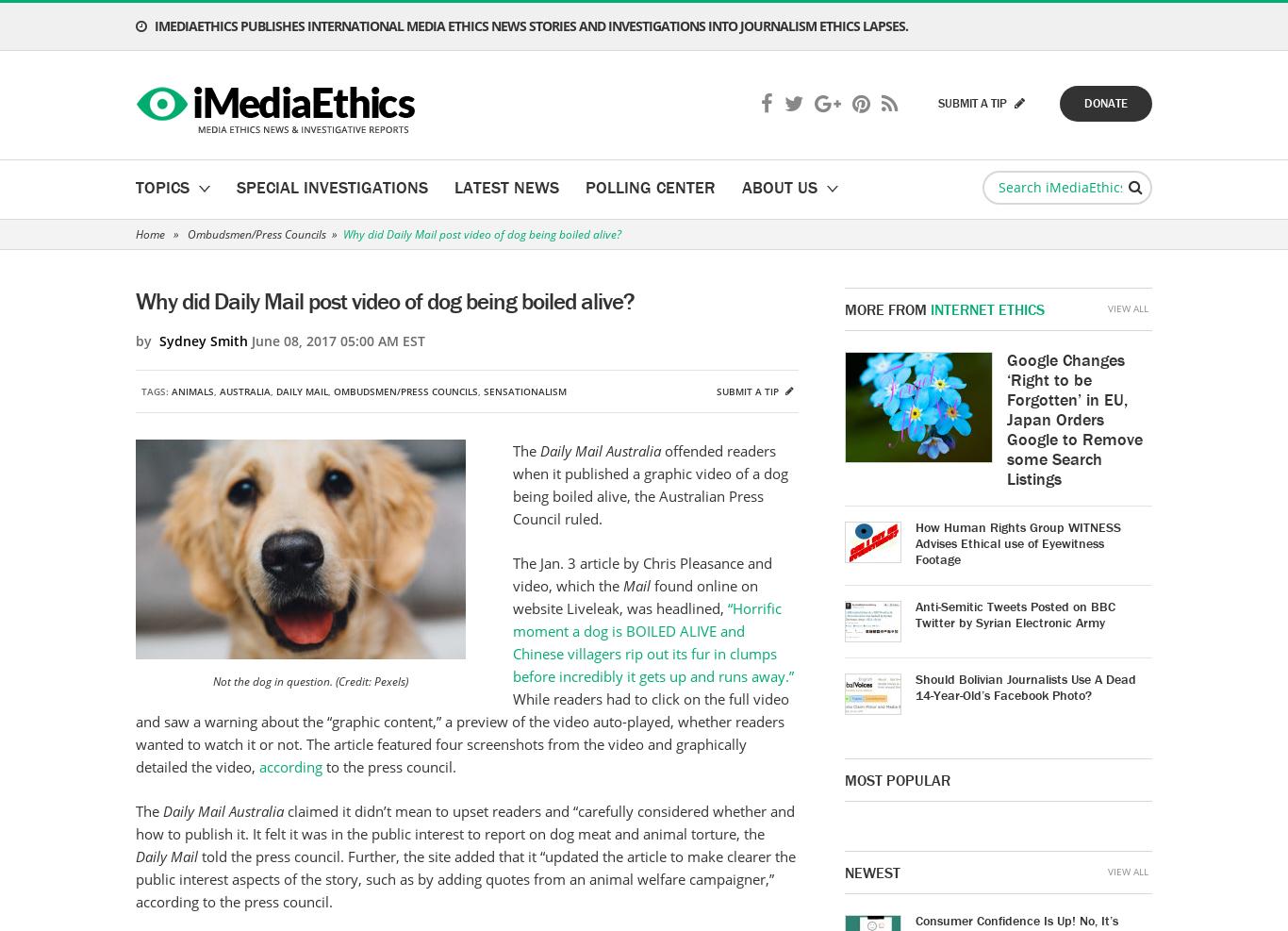 The height and width of the screenshot is (931, 1288). Describe the element at coordinates (146, 341) in the screenshot. I see `'by'` at that location.